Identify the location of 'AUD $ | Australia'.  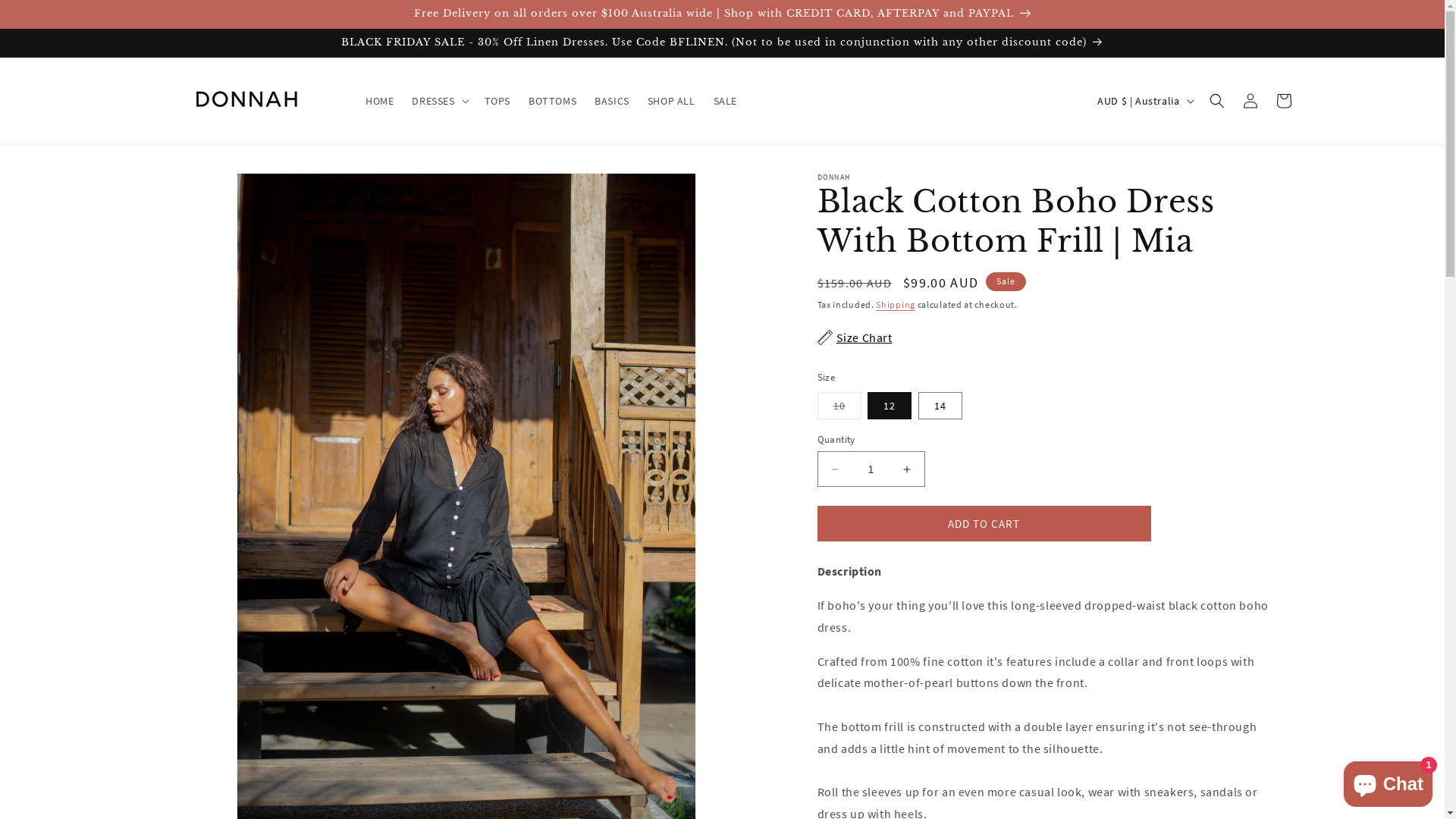
(1144, 100).